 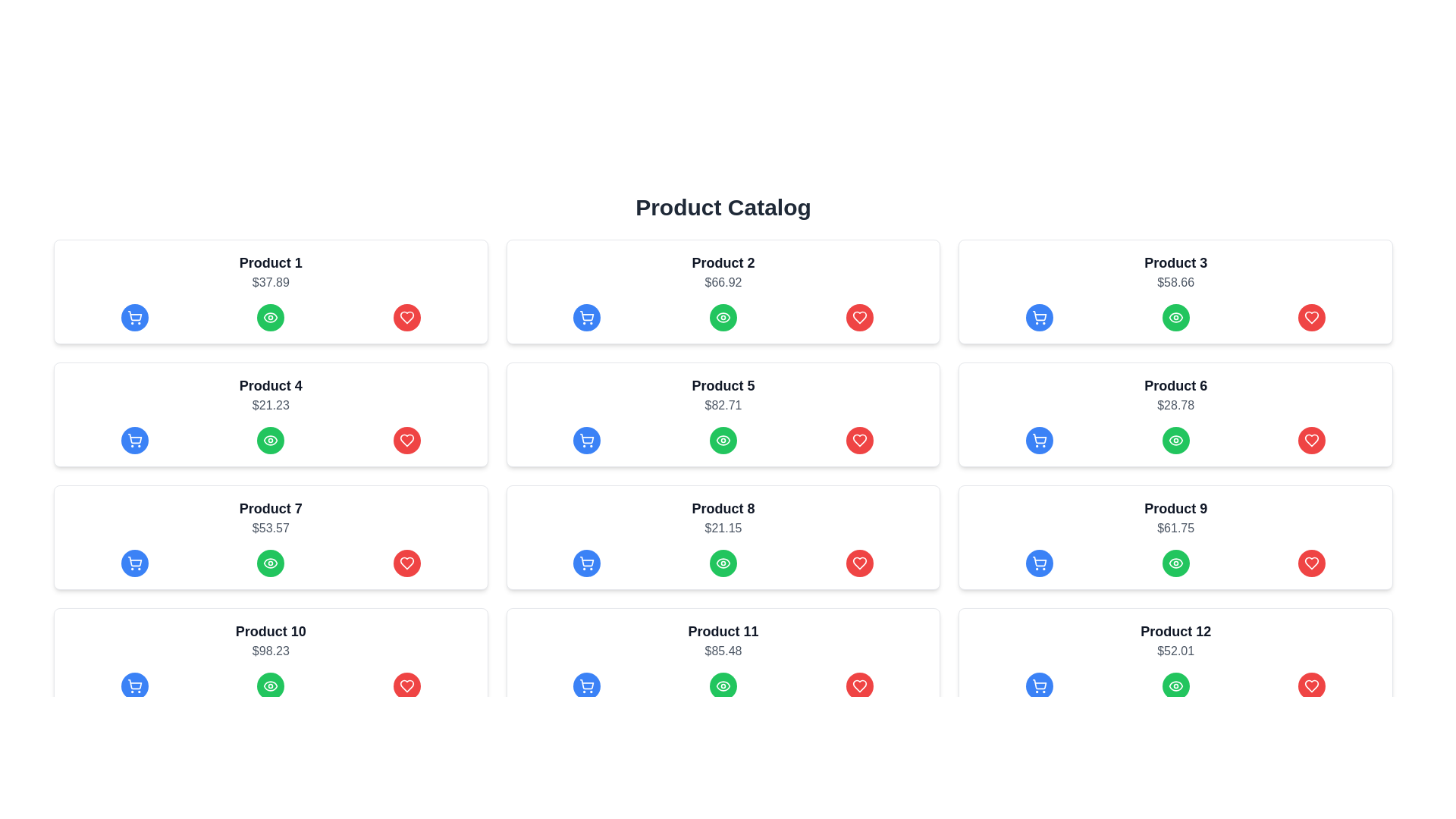 What do you see at coordinates (723, 385) in the screenshot?
I see `the informational text label that displays the product name, centrally located in the third row and third column of the grid arrangement` at bounding box center [723, 385].